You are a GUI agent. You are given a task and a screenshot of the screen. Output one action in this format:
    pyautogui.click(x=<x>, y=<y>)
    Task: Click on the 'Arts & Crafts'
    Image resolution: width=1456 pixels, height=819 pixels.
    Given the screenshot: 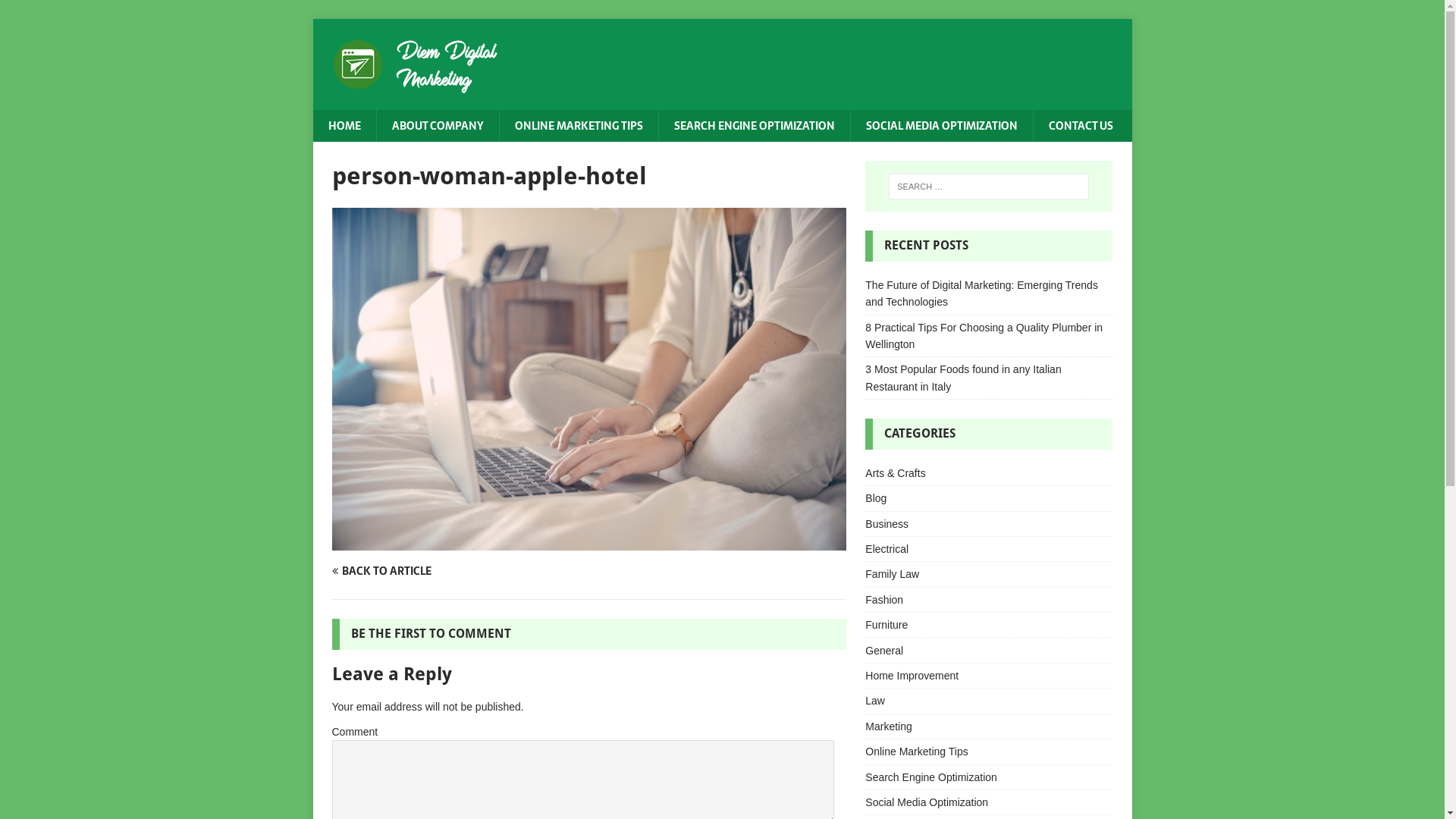 What is the action you would take?
    pyautogui.click(x=989, y=474)
    